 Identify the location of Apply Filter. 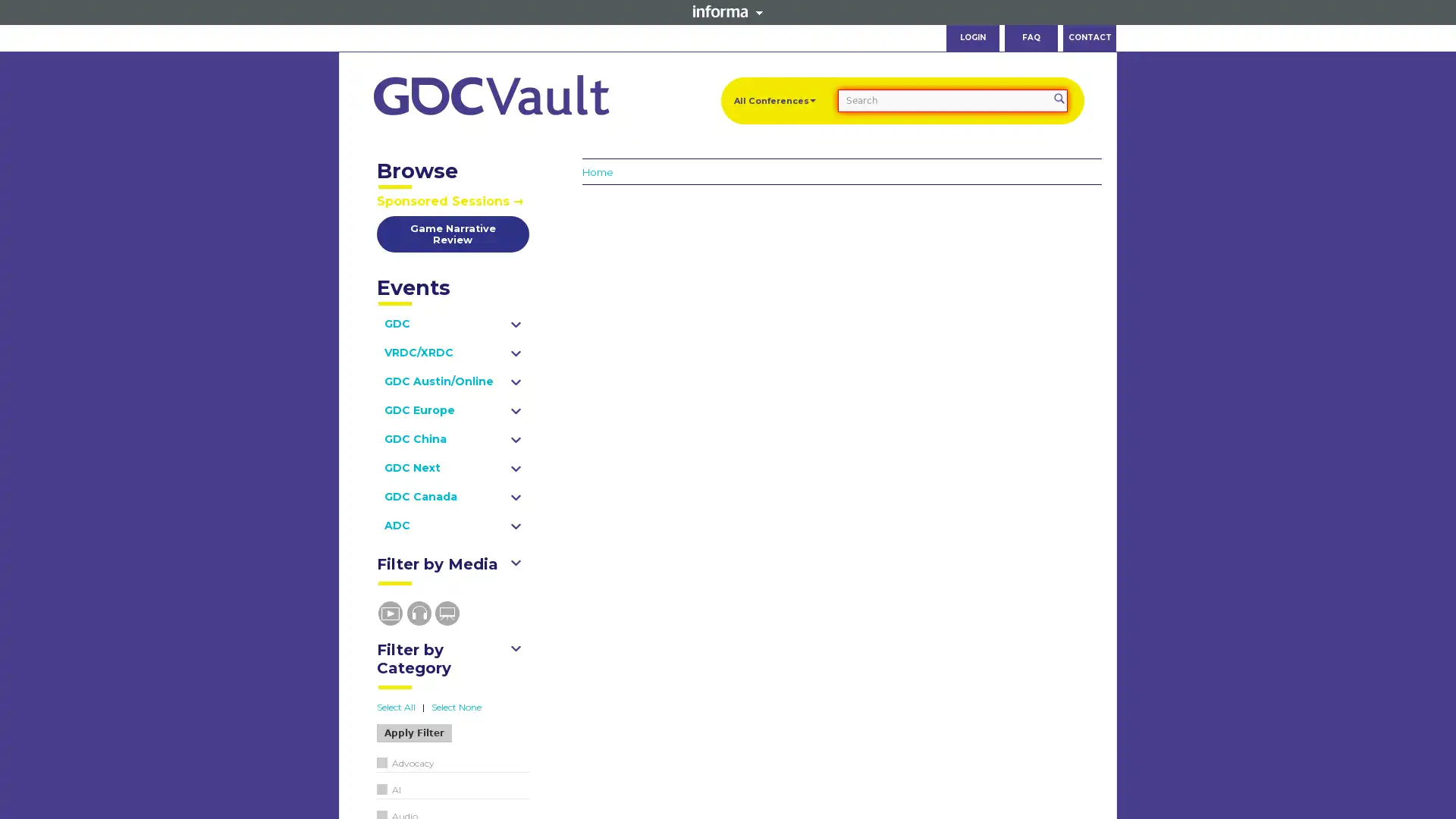
(413, 733).